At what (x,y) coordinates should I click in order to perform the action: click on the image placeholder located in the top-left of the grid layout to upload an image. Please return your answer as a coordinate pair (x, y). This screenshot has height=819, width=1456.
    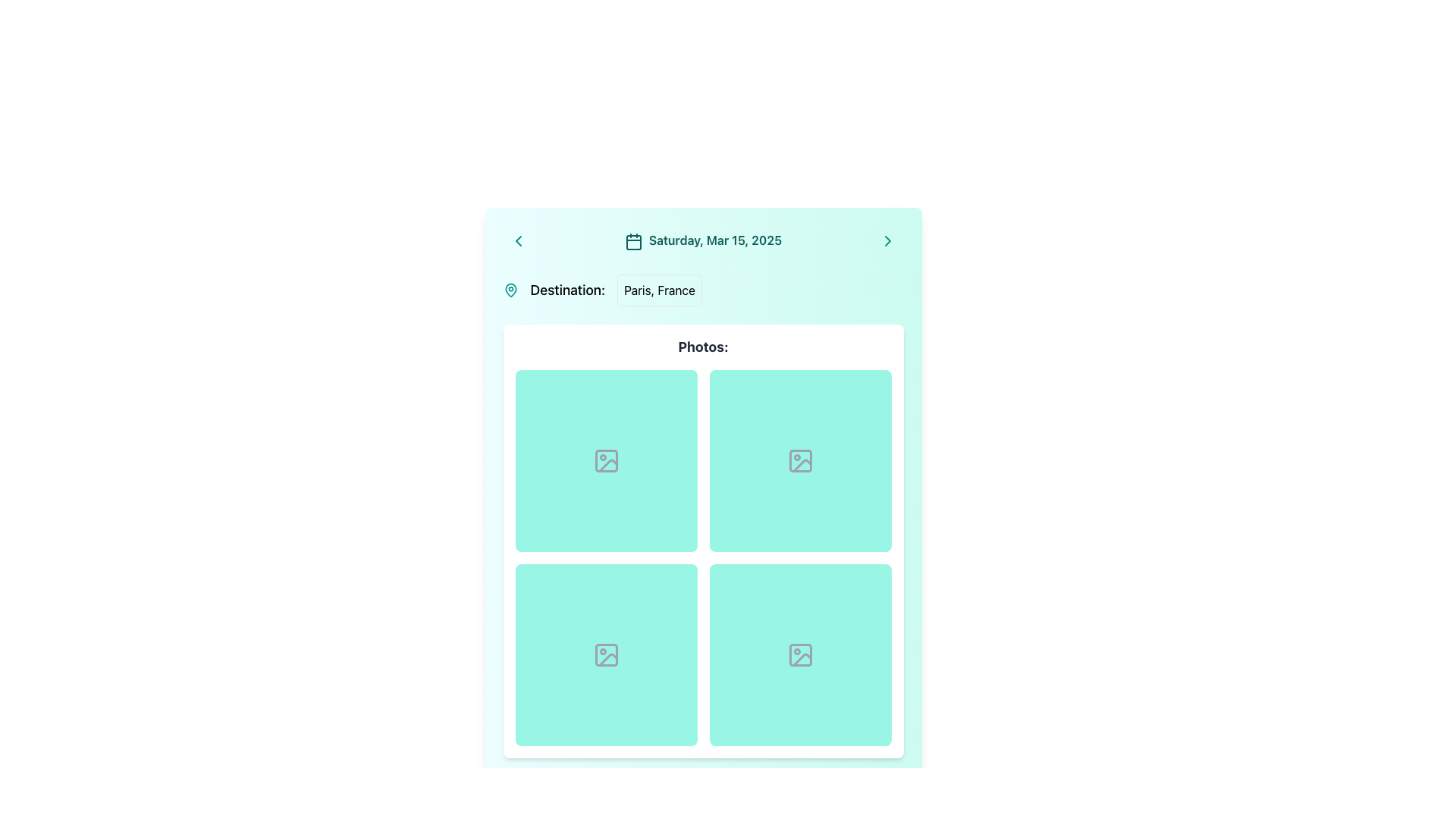
    Looking at the image, I should click on (605, 460).